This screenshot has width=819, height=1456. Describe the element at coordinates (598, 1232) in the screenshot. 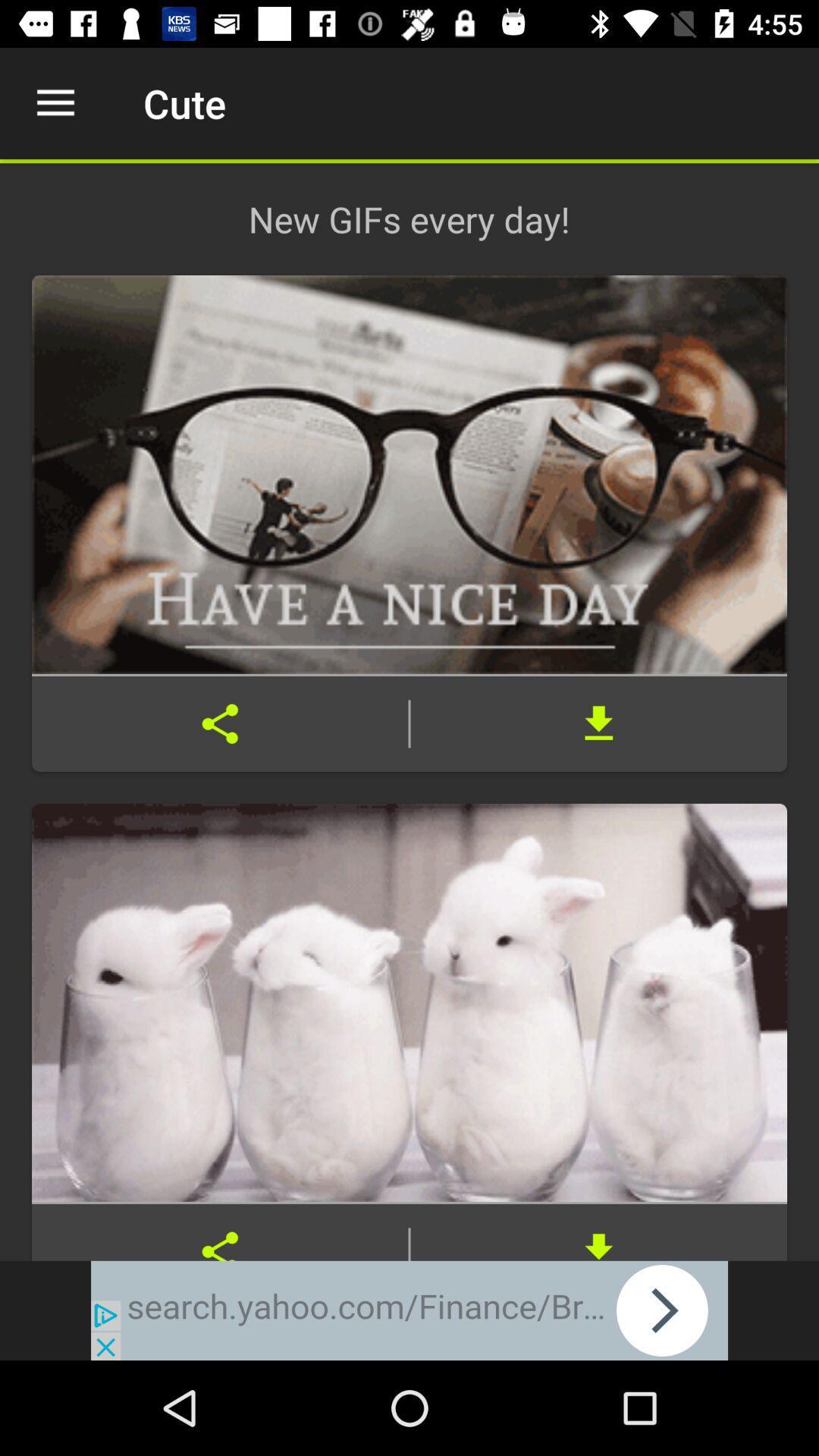

I see `go down` at that location.